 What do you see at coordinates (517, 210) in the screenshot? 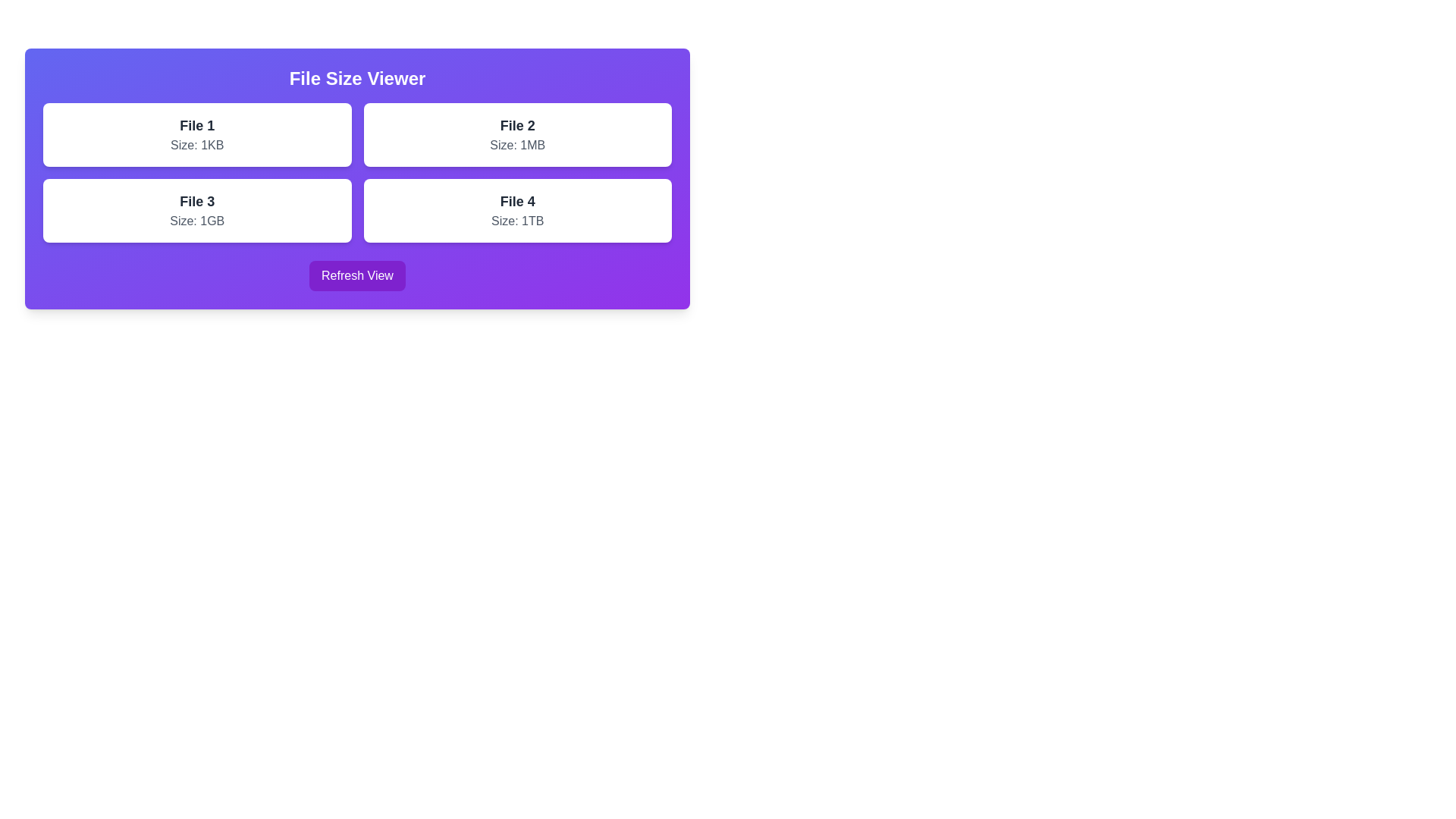
I see `the Card component titled 'File 4' located in the bottom-right quadrant of the grid layout` at bounding box center [517, 210].